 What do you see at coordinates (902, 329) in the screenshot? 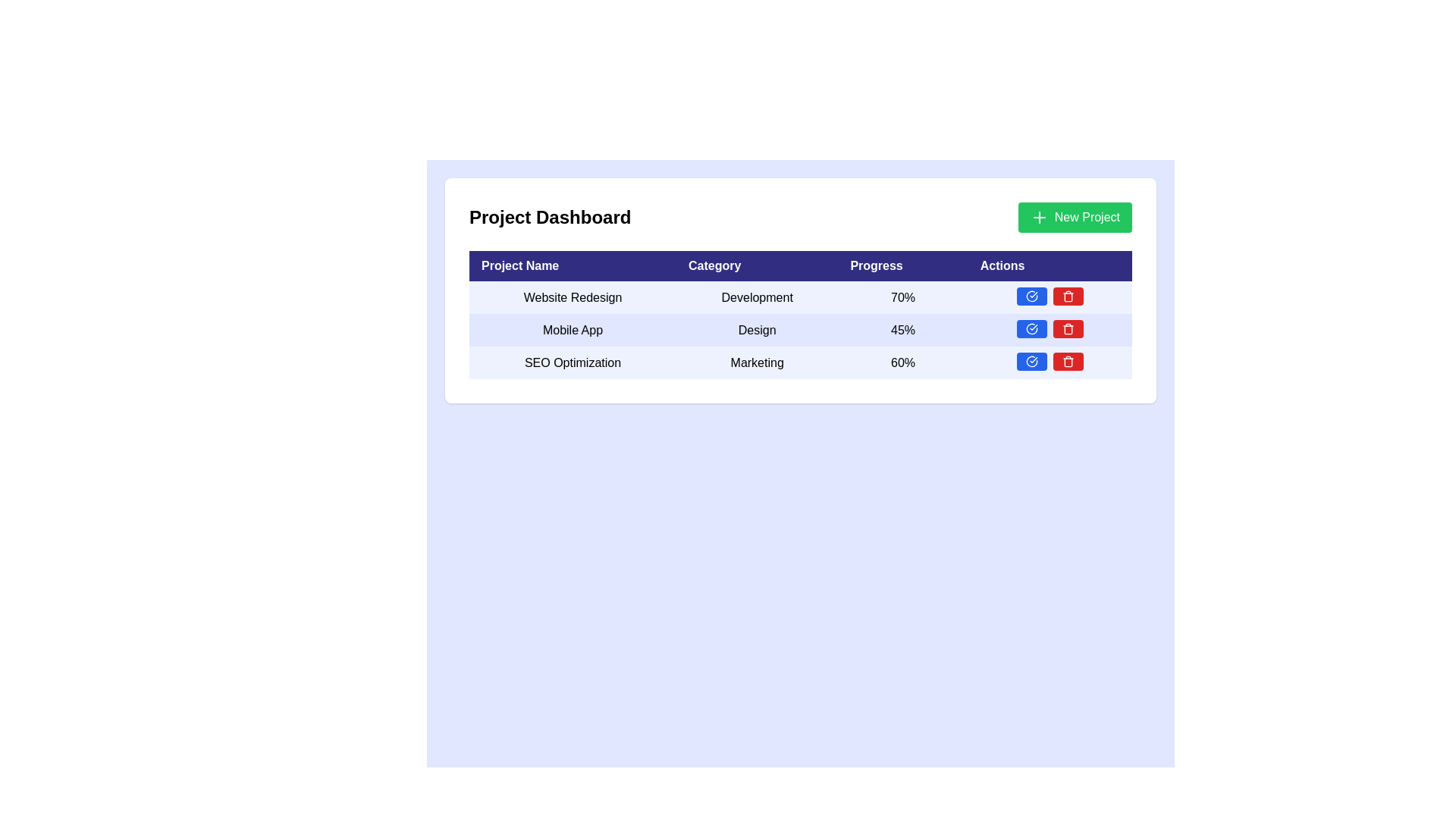
I see `the bold text displaying '45%' in black on a light blue background, which is located in the third column of the second row of a table under the 'Progress' header` at bounding box center [902, 329].